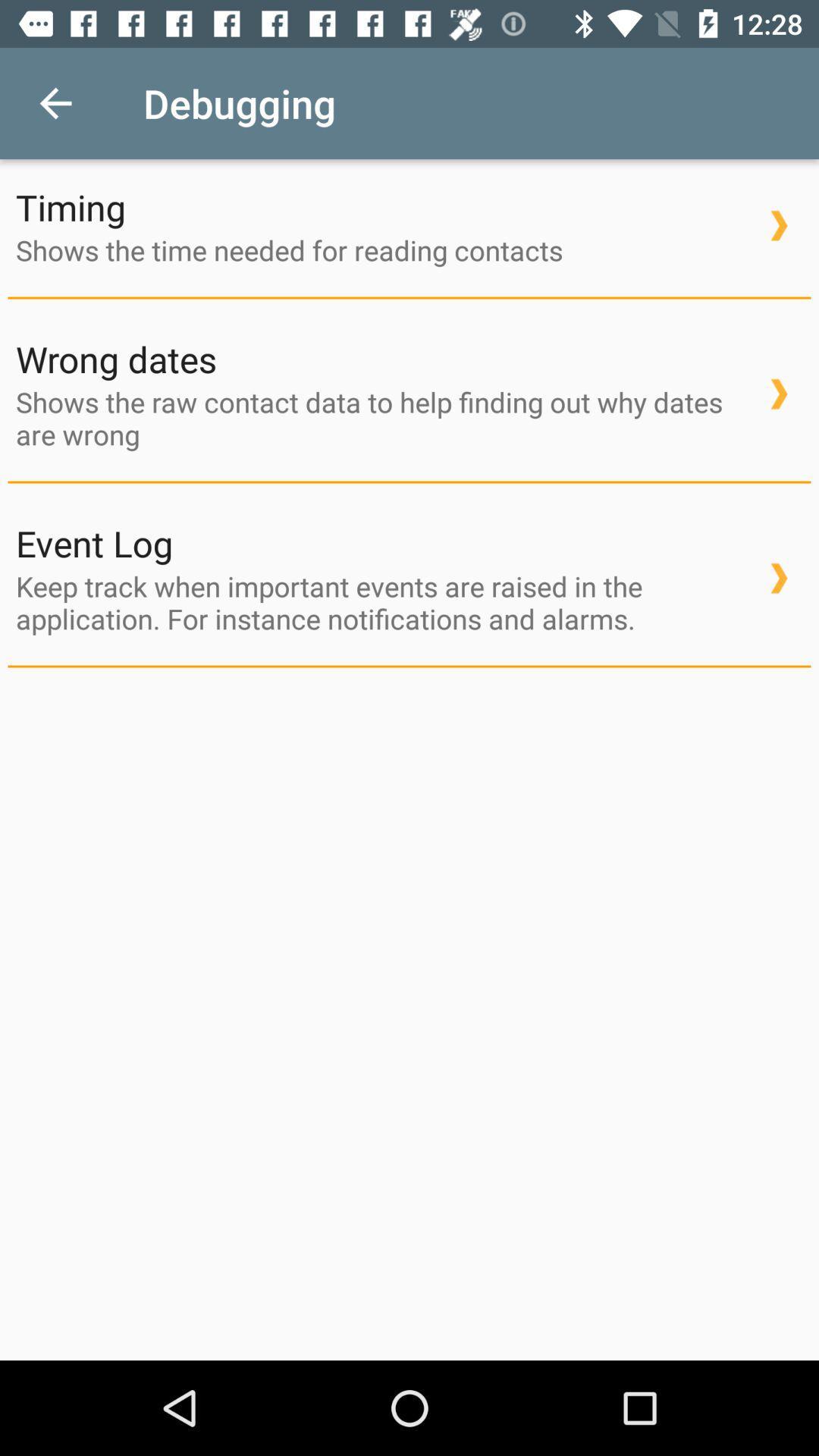 This screenshot has width=819, height=1456. I want to click on icon next to debugging, so click(55, 102).